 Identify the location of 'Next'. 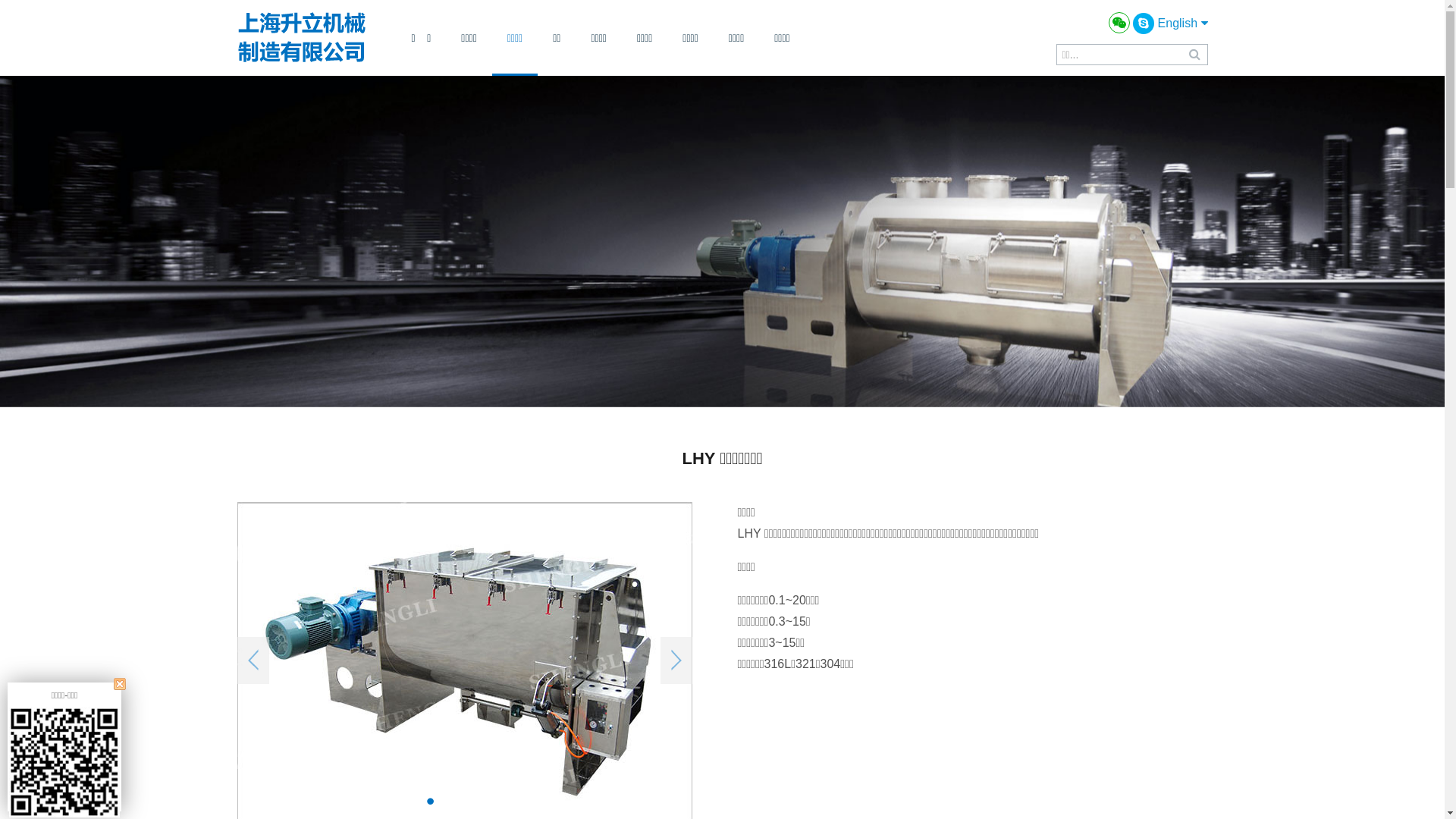
(659, 660).